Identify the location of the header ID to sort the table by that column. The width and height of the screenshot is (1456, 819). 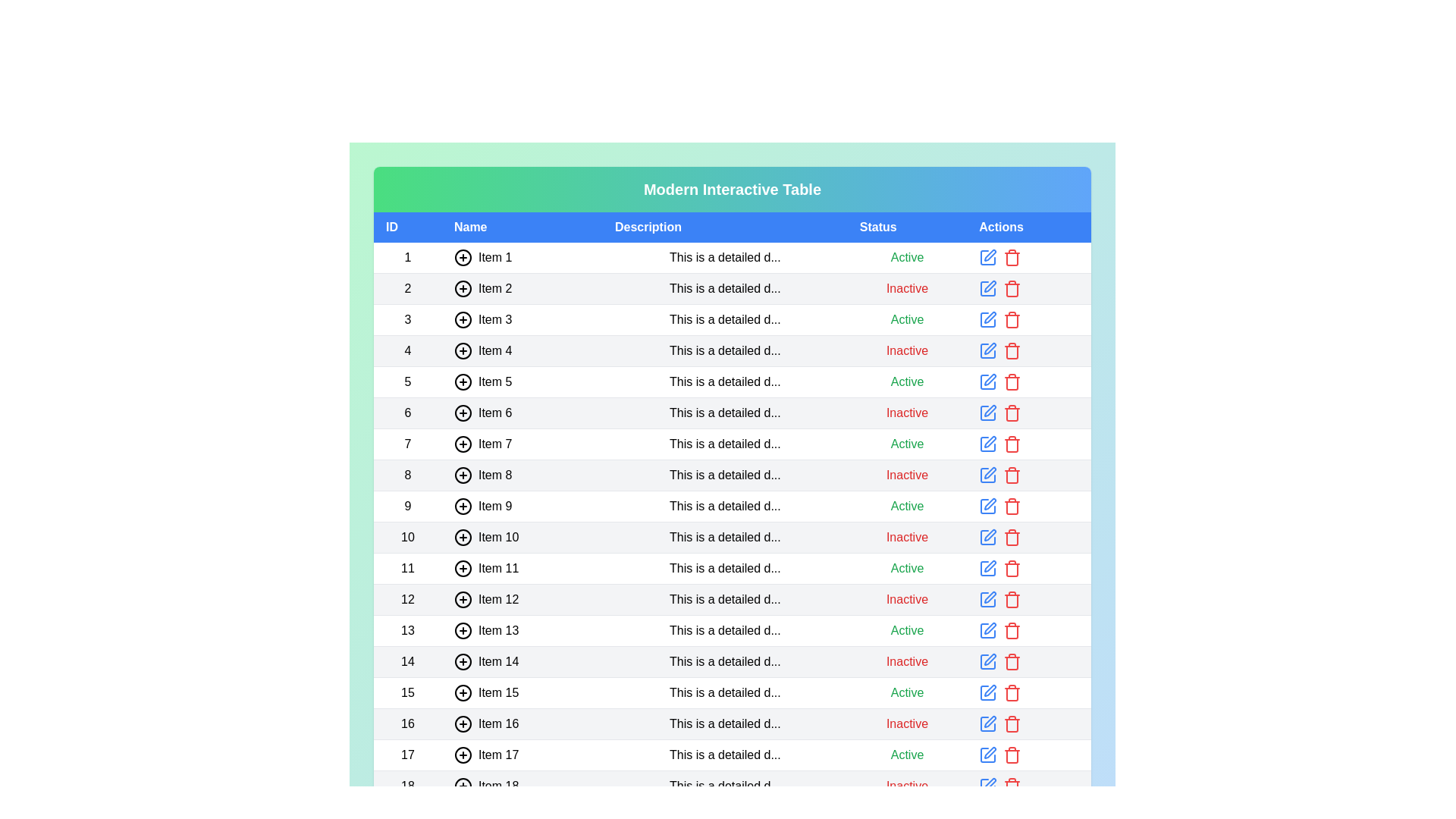
(407, 227).